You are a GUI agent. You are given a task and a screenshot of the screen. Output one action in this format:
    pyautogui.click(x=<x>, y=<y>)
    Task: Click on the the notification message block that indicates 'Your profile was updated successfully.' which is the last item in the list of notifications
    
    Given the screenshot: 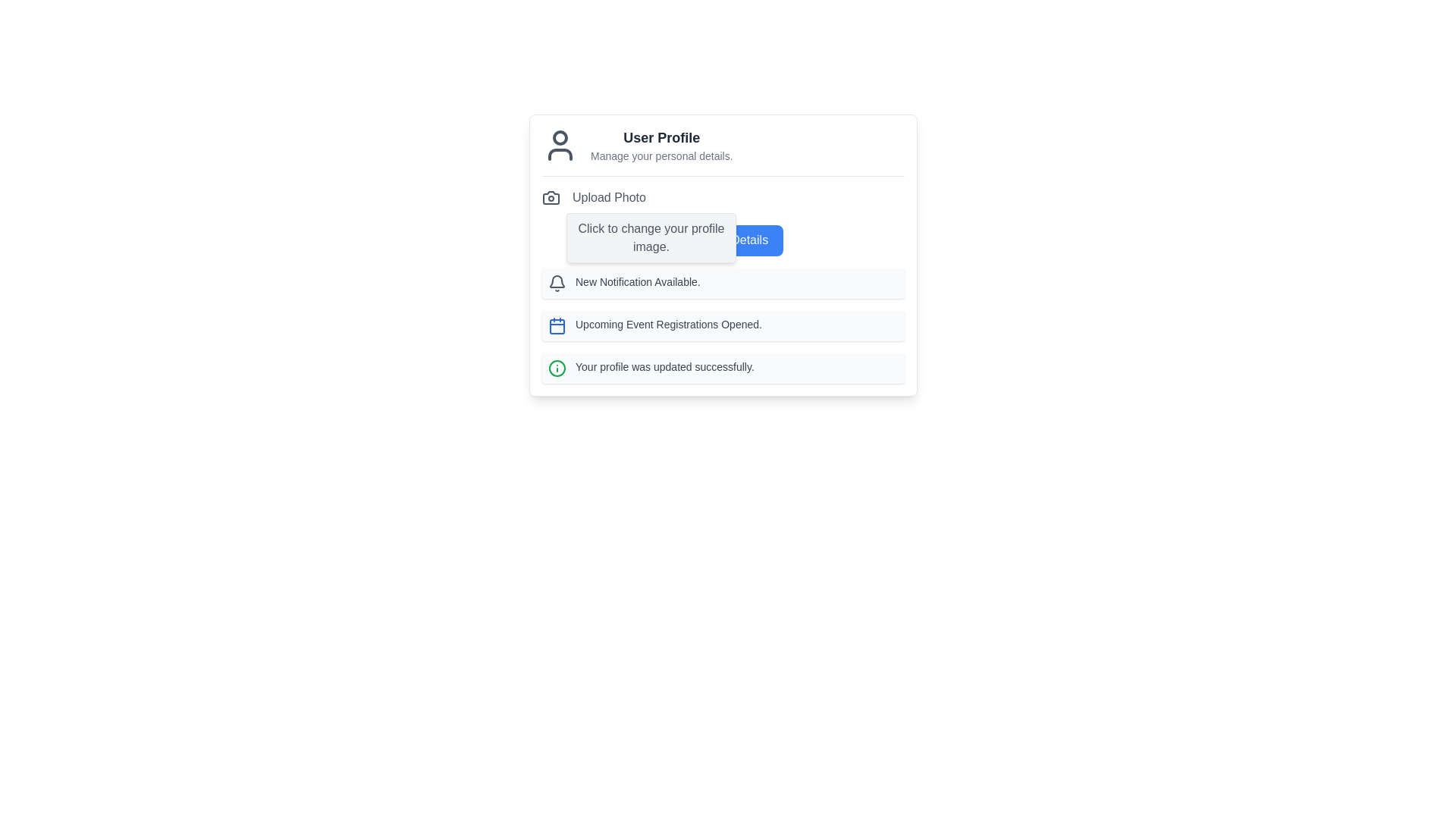 What is the action you would take?
    pyautogui.click(x=723, y=368)
    